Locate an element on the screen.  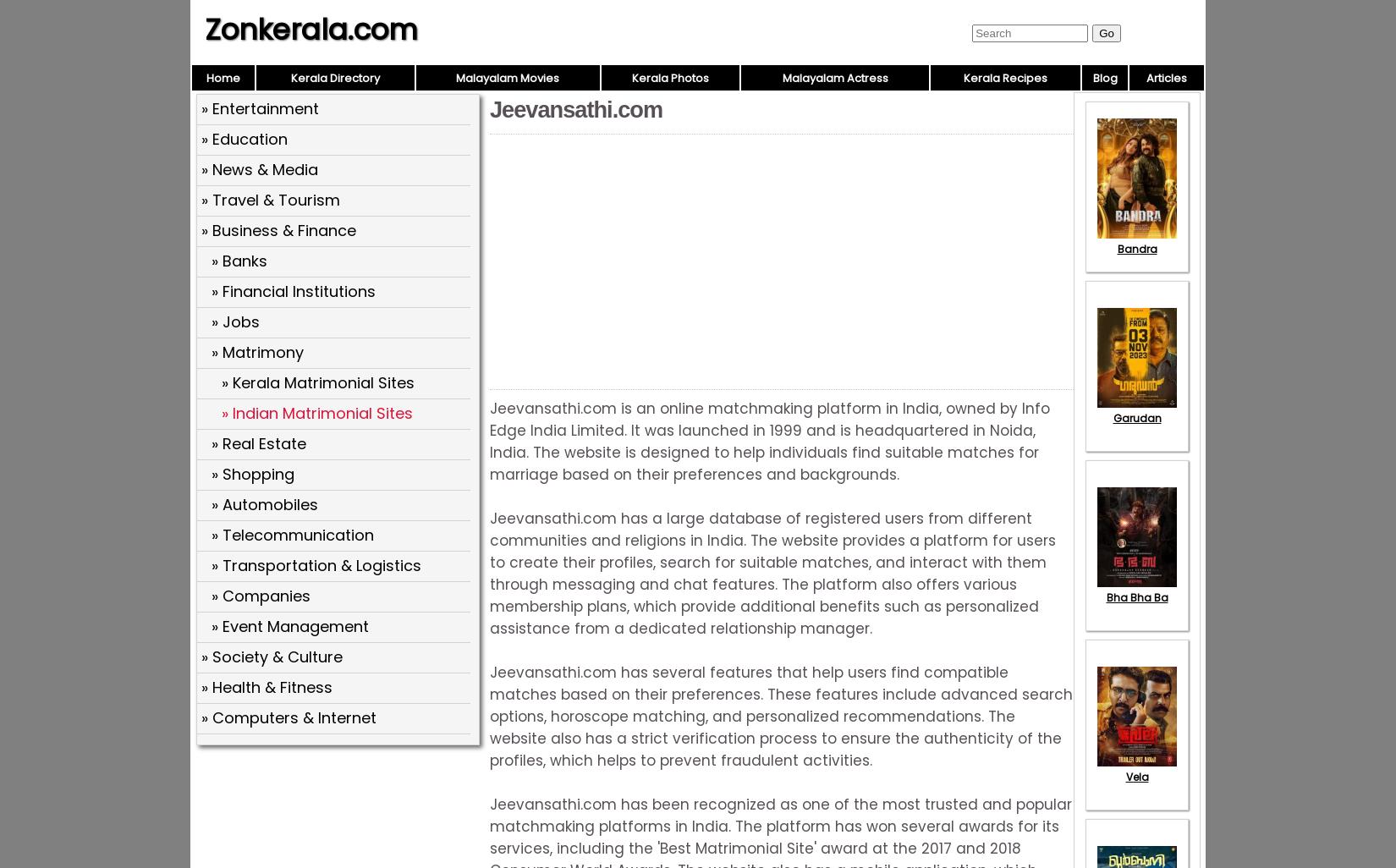
'Home' is located at coordinates (223, 77).